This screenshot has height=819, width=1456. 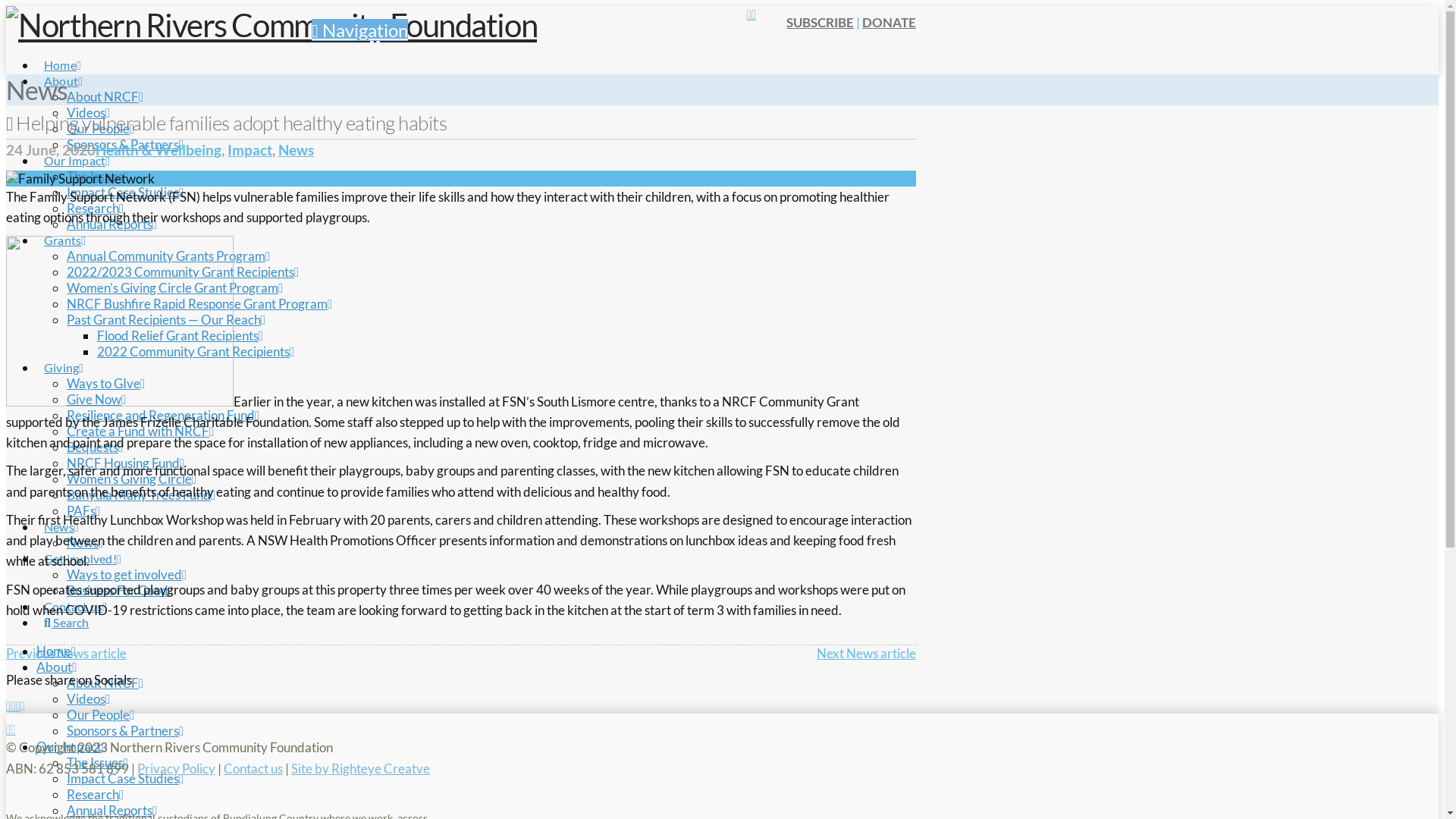 What do you see at coordinates (8, 705) in the screenshot?
I see `'Share on Facebook'` at bounding box center [8, 705].